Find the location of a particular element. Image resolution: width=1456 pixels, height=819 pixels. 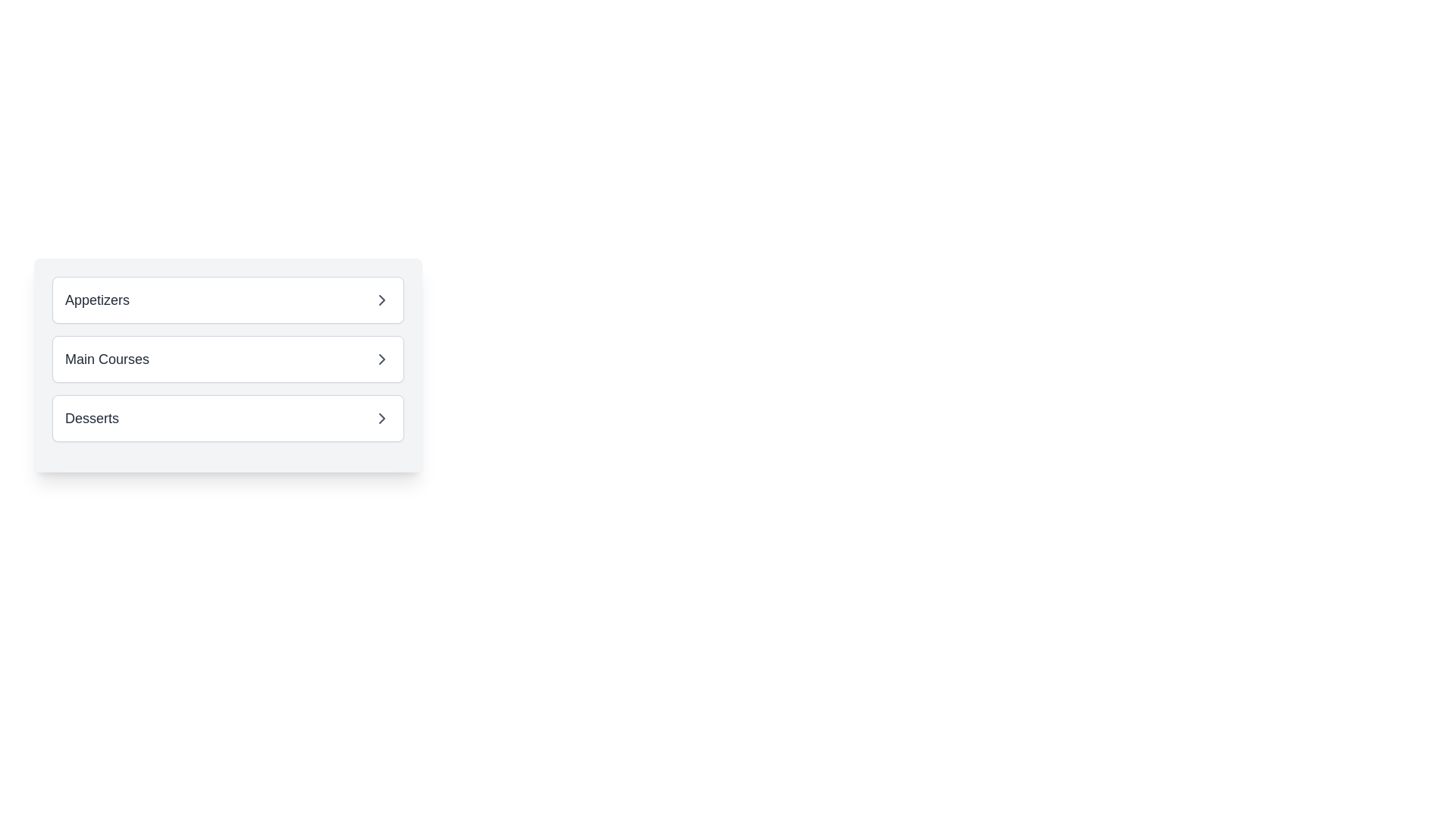

the dessert button, which is the third item in a vertically stacked menu below 'Appetizers' and 'Main Courses', to visualize interactive effects is located at coordinates (227, 418).